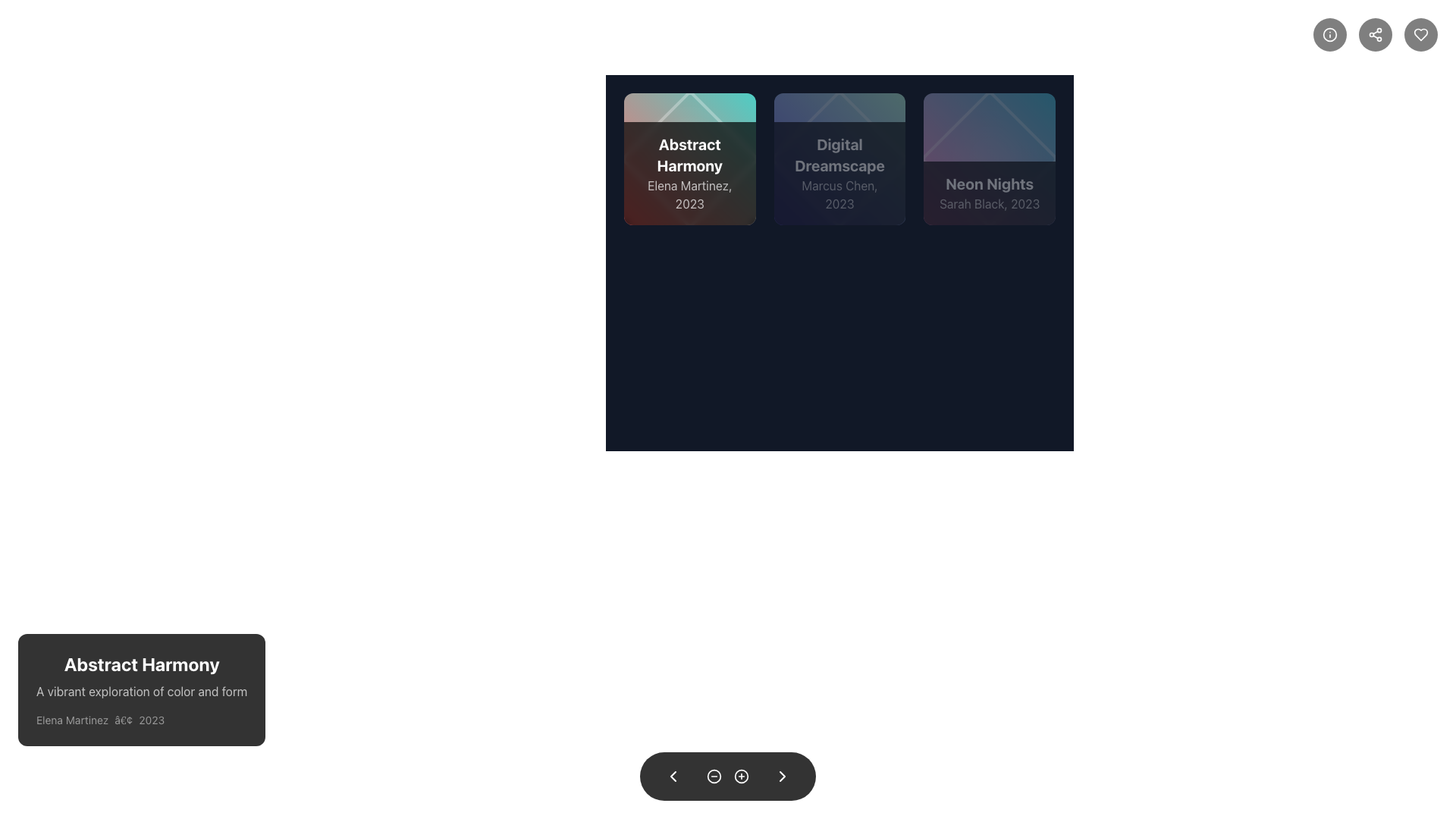  What do you see at coordinates (1329, 34) in the screenshot?
I see `the information icon located in the top-right corner of the interface` at bounding box center [1329, 34].